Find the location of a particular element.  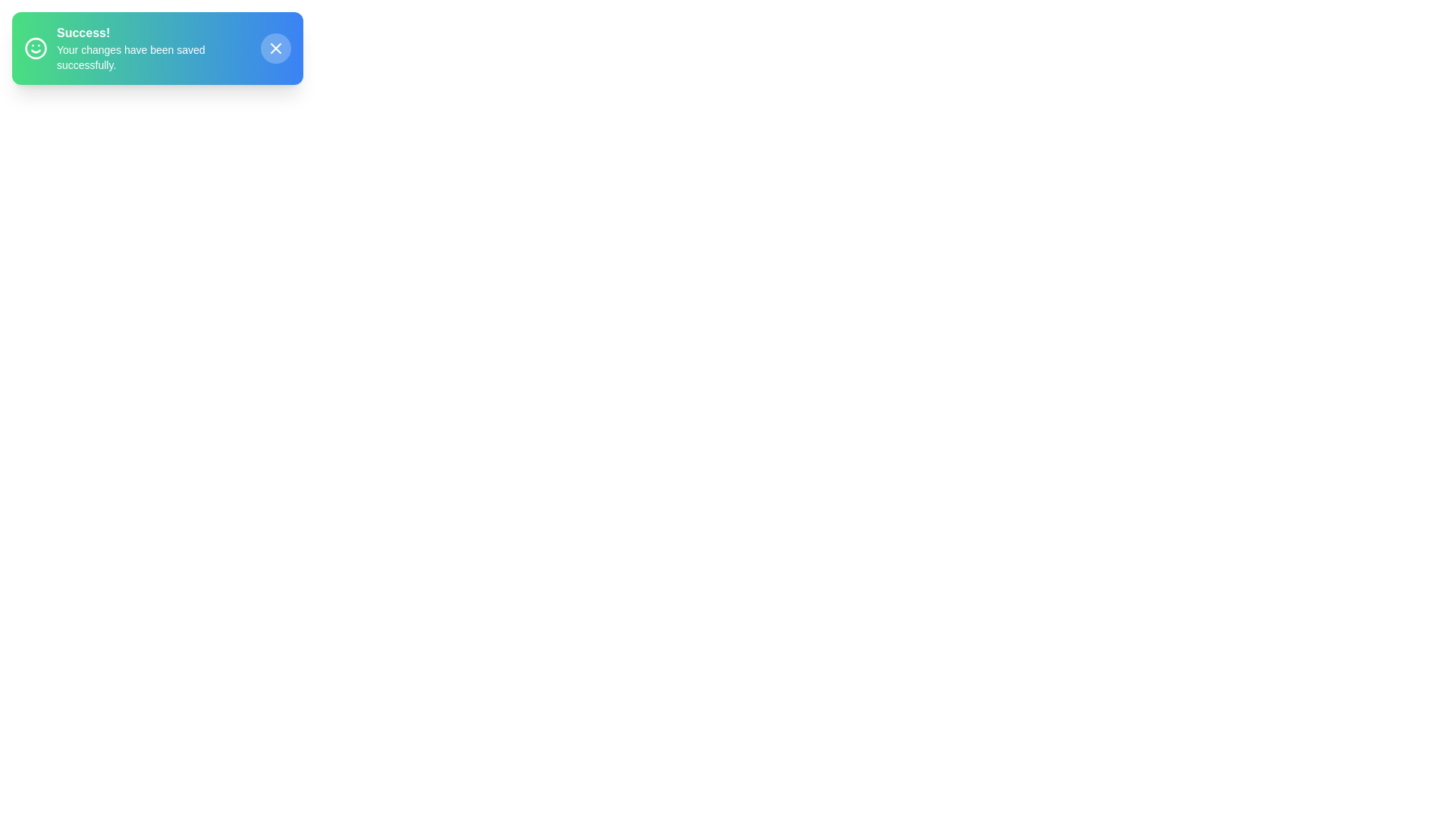

the close button to dismiss the notification is located at coordinates (276, 48).